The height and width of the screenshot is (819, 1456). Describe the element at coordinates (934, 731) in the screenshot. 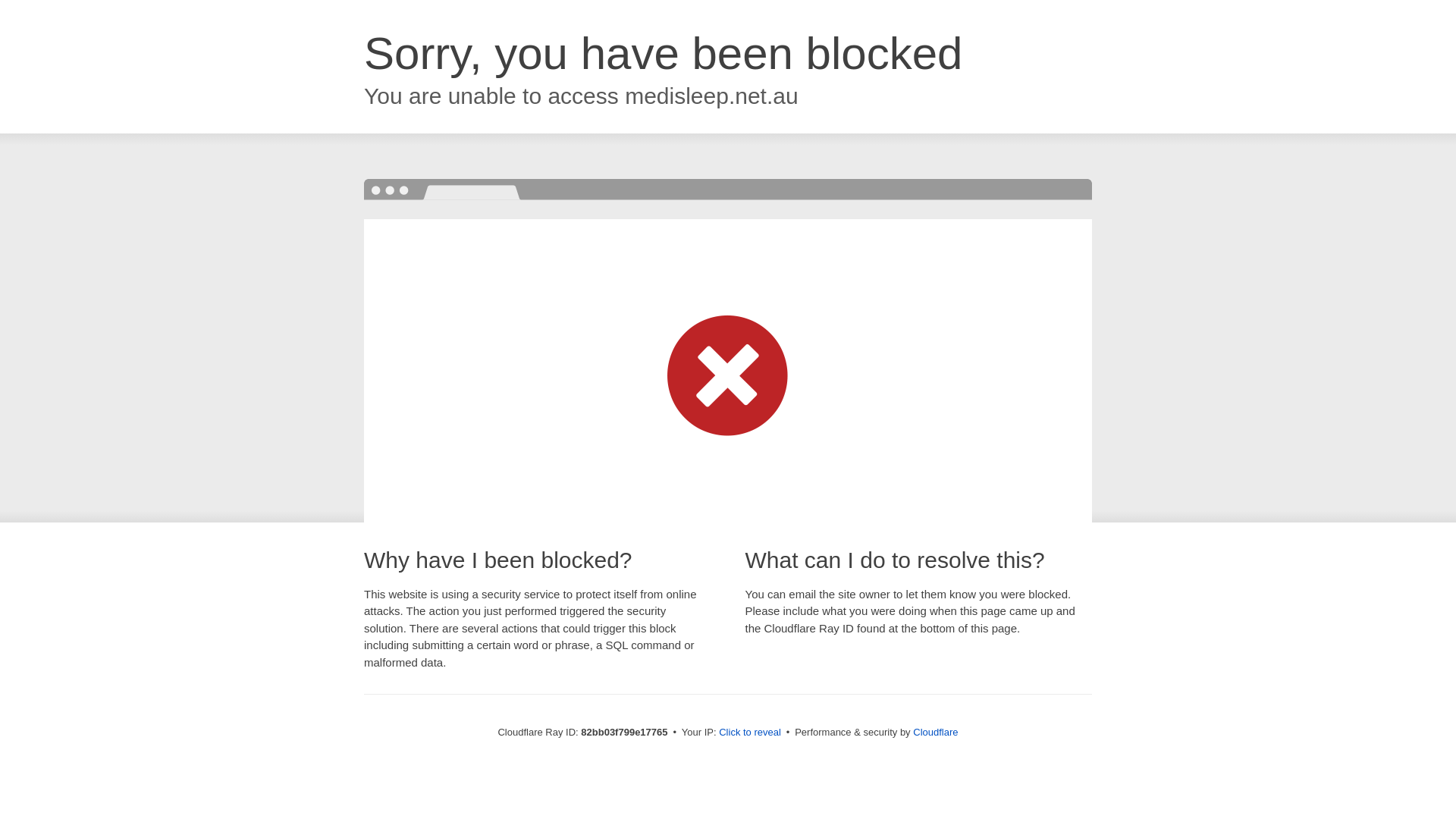

I see `'Cloudflare'` at that location.